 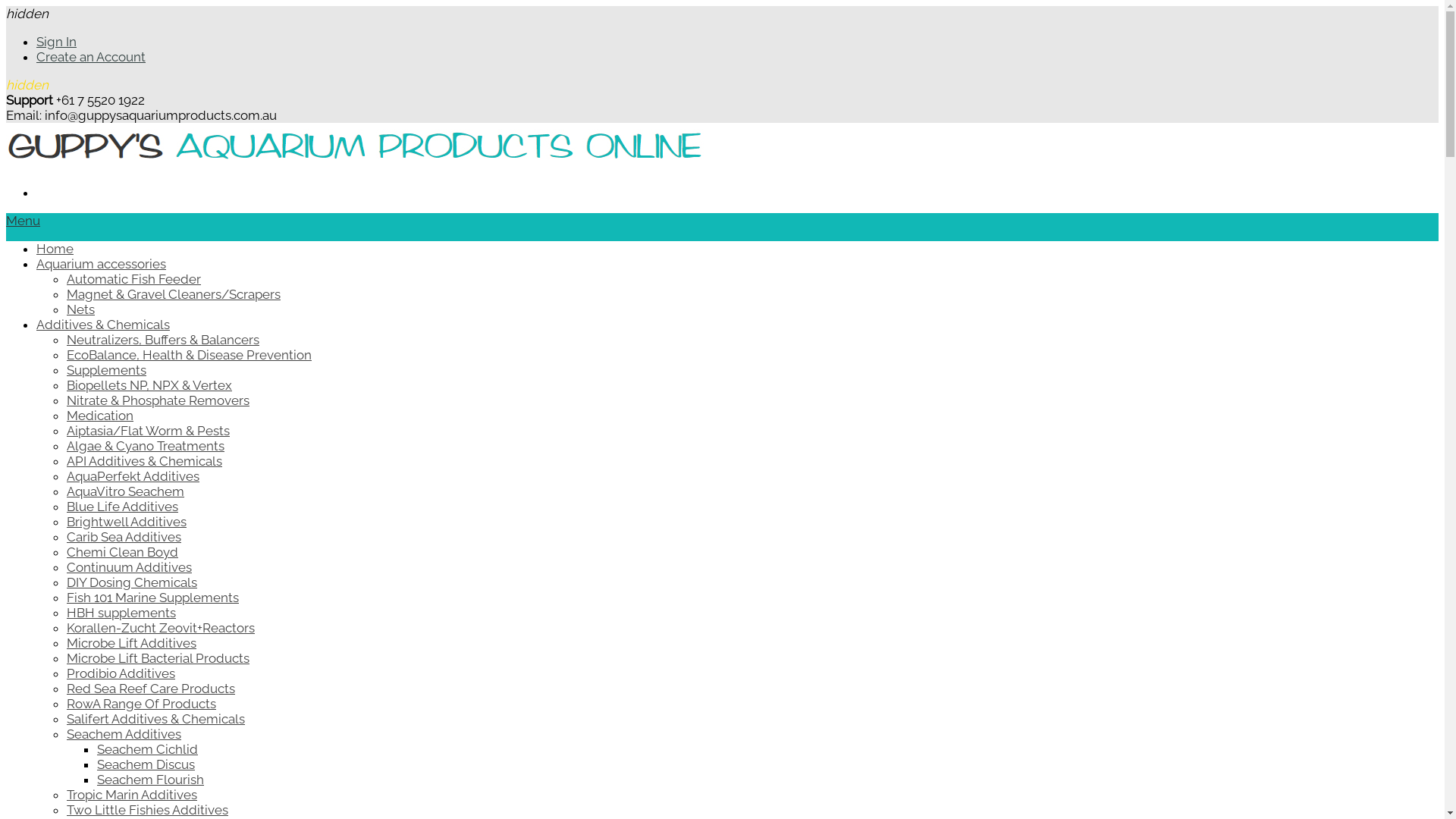 What do you see at coordinates (90, 55) in the screenshot?
I see `'Create an Account'` at bounding box center [90, 55].